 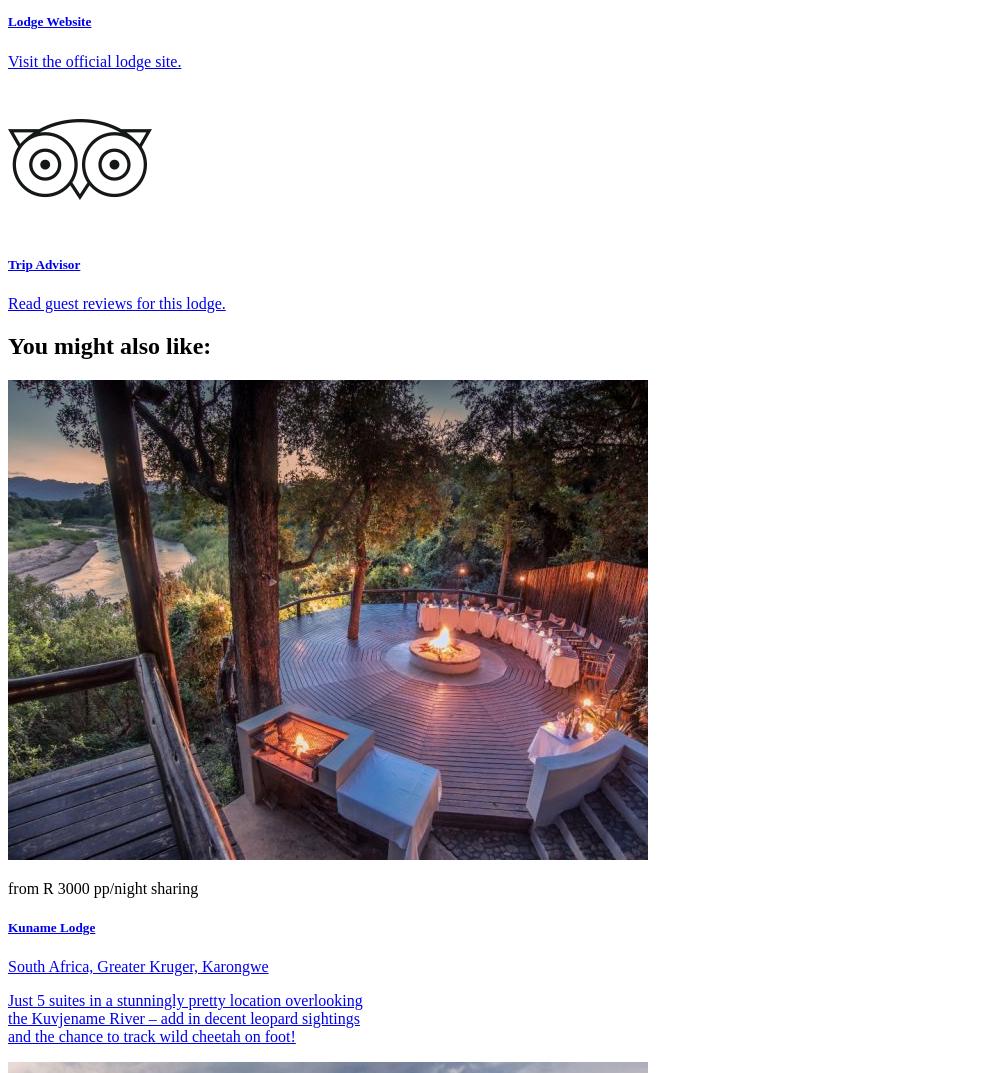 What do you see at coordinates (109, 344) in the screenshot?
I see `'You might also like:'` at bounding box center [109, 344].